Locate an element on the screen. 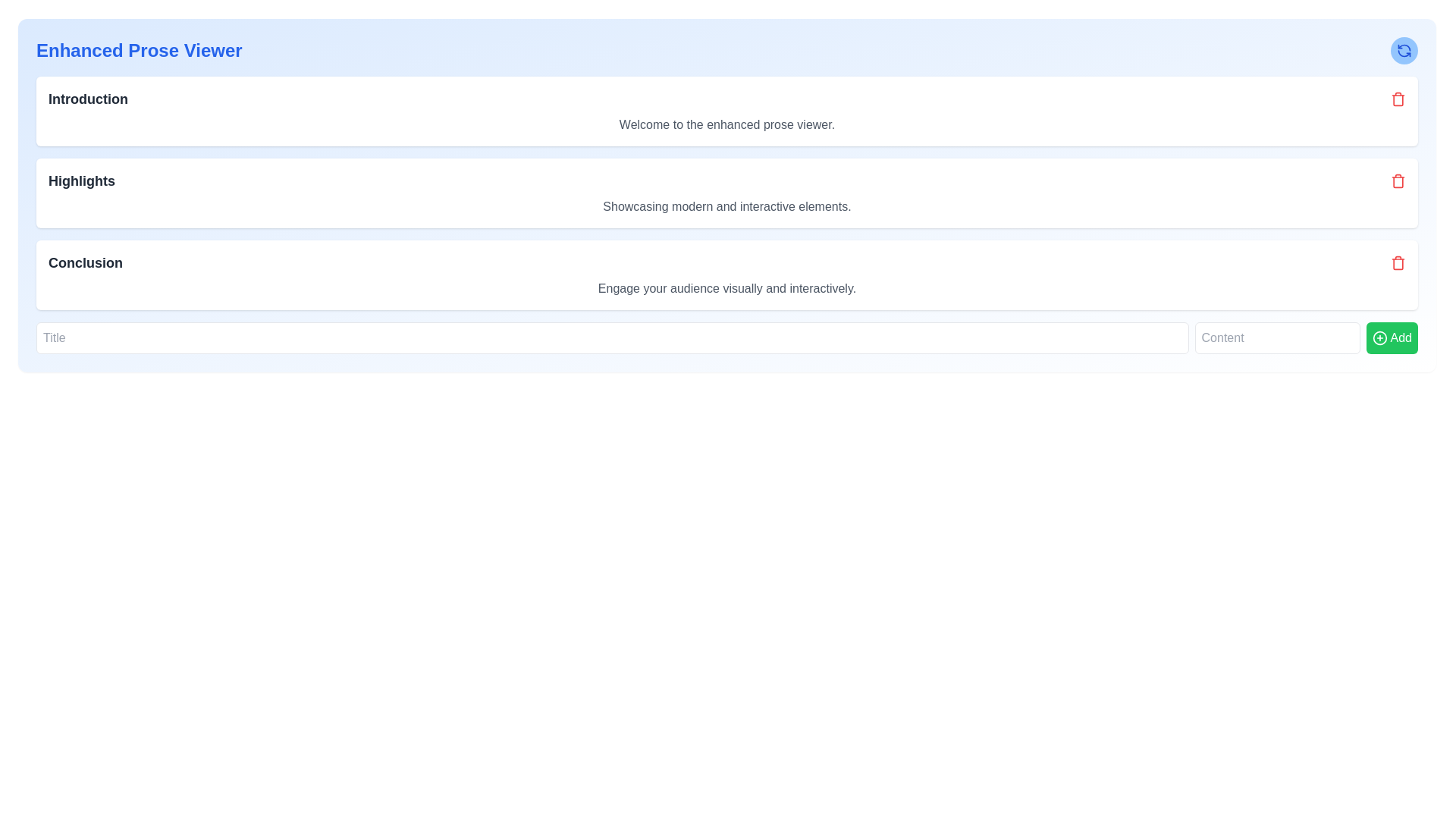 Image resolution: width=1456 pixels, height=819 pixels. the circular refresh button with a light blue background and dark blue refresh icon, located at the far-right end of the top bar titled 'Enhanced Prose Viewer' is located at coordinates (1404, 49).